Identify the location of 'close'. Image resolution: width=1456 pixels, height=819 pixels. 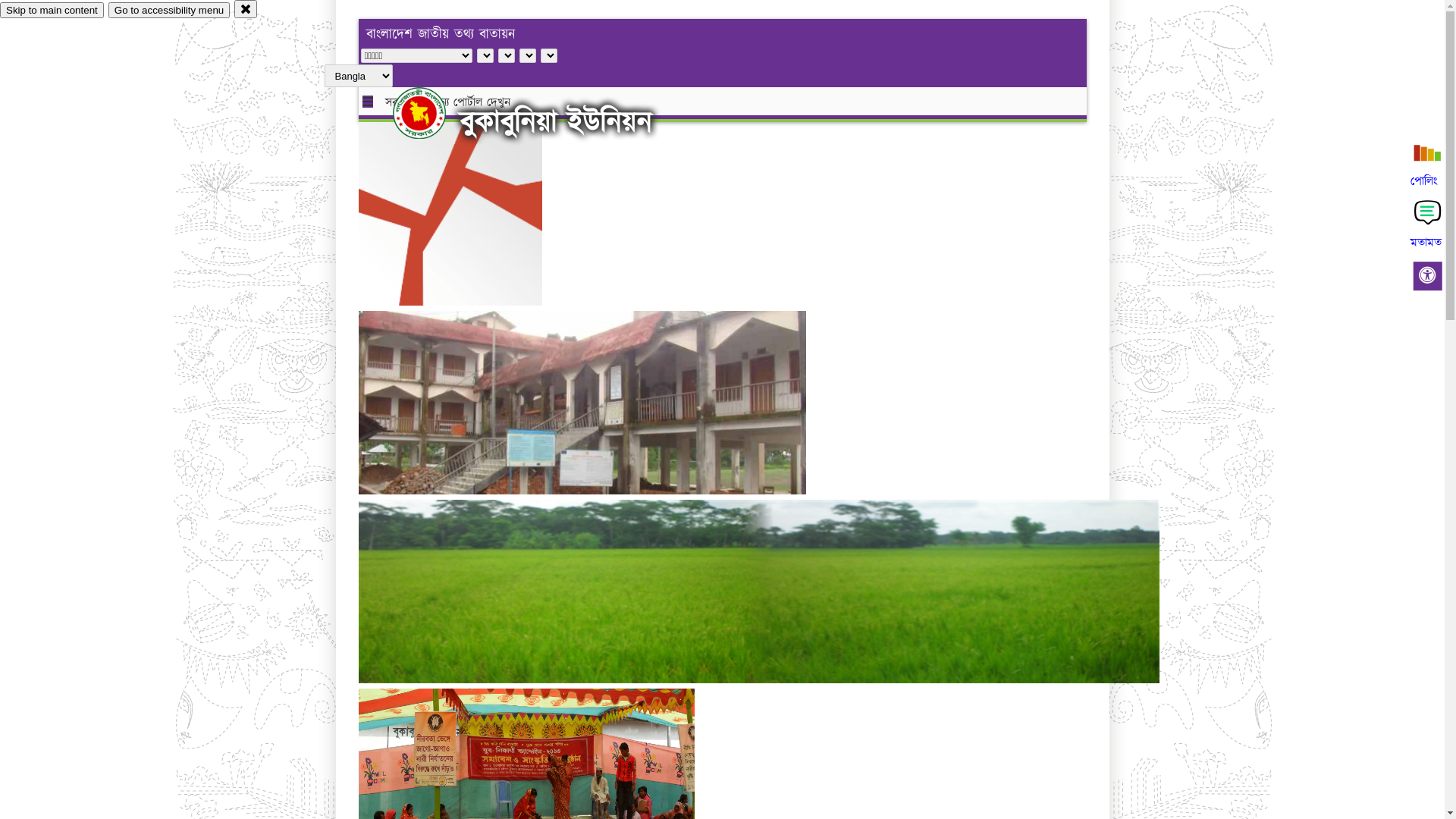
(246, 8).